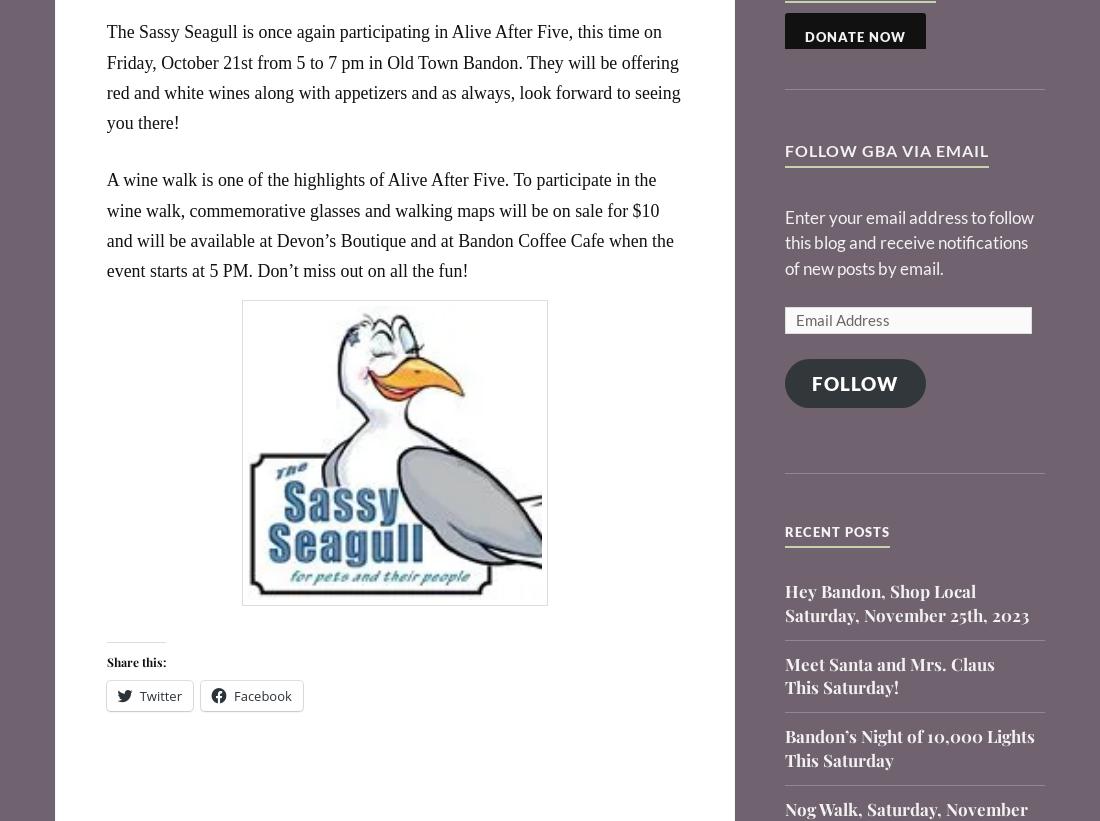 The image size is (1100, 821). I want to click on 'Bandon’s Night of 10,000 Lights This Saturday', so click(783, 746).